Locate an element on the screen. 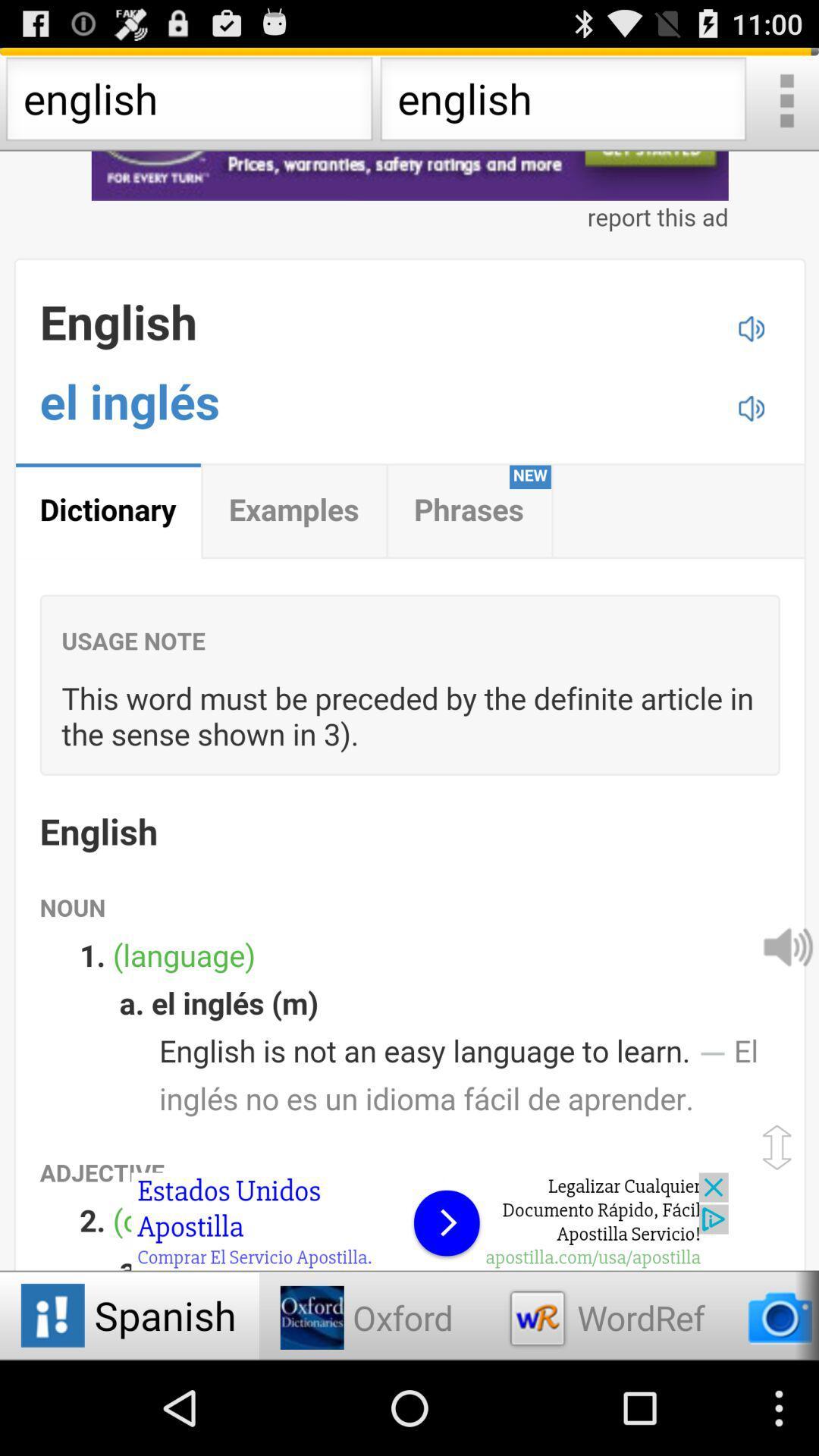 The height and width of the screenshot is (1456, 819). expand menu is located at coordinates (785, 102).